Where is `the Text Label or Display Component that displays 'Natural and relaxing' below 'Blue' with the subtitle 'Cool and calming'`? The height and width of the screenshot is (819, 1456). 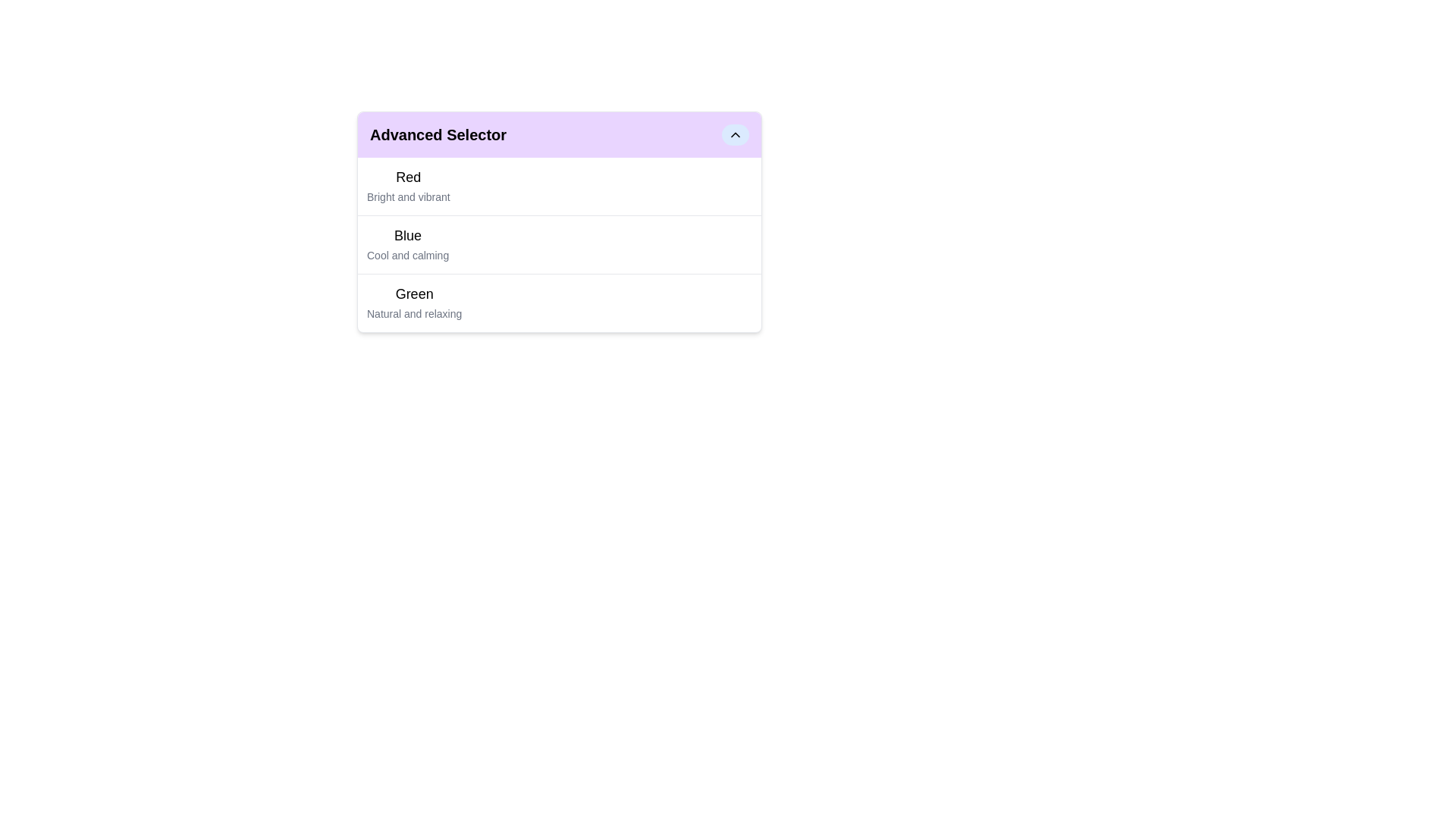
the Text Label or Display Component that displays 'Natural and relaxing' below 'Blue' with the subtitle 'Cool and calming' is located at coordinates (414, 303).